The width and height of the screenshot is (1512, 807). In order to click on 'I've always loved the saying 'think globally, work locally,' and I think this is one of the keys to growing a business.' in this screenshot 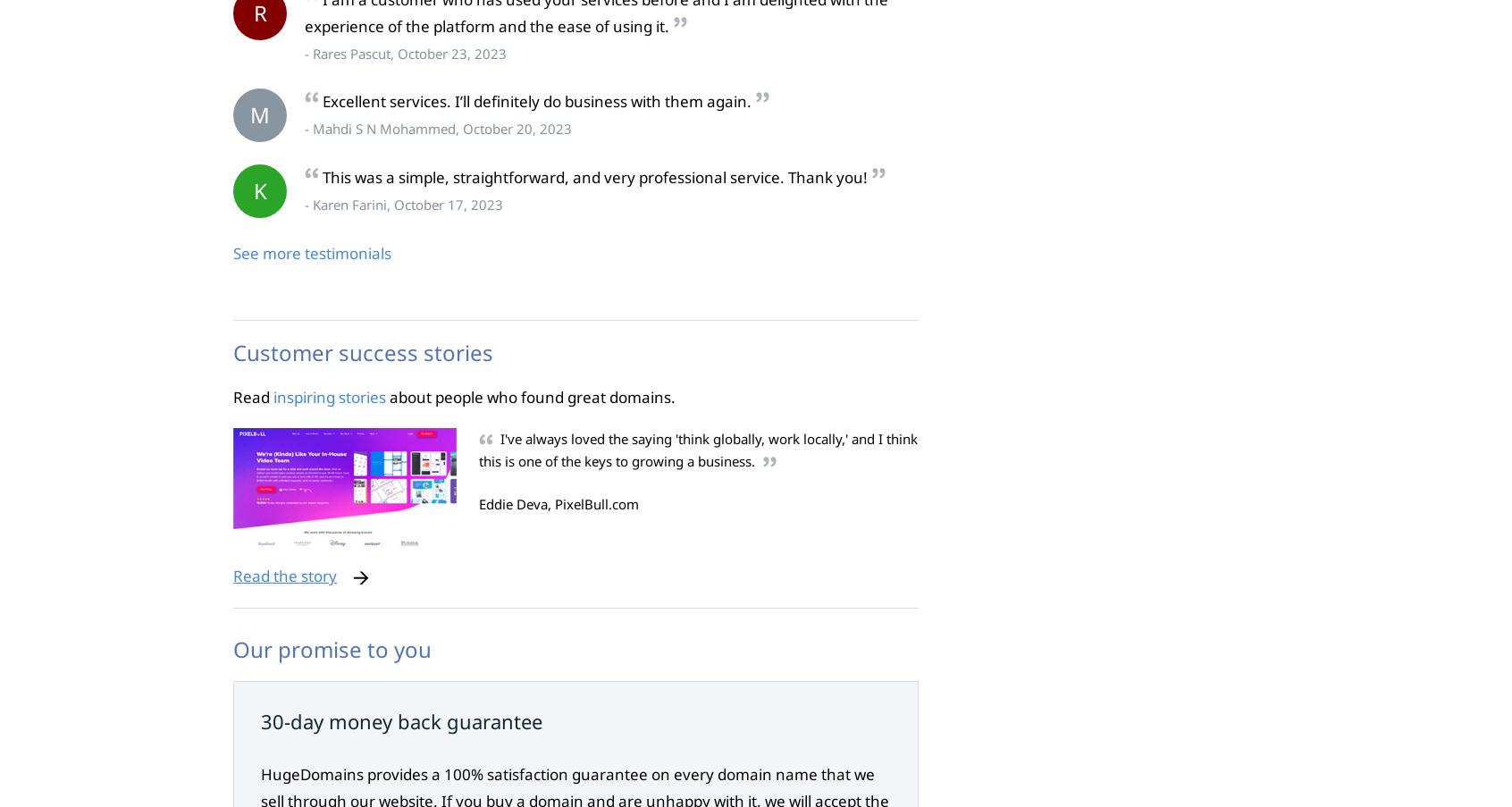, I will do `click(698, 450)`.